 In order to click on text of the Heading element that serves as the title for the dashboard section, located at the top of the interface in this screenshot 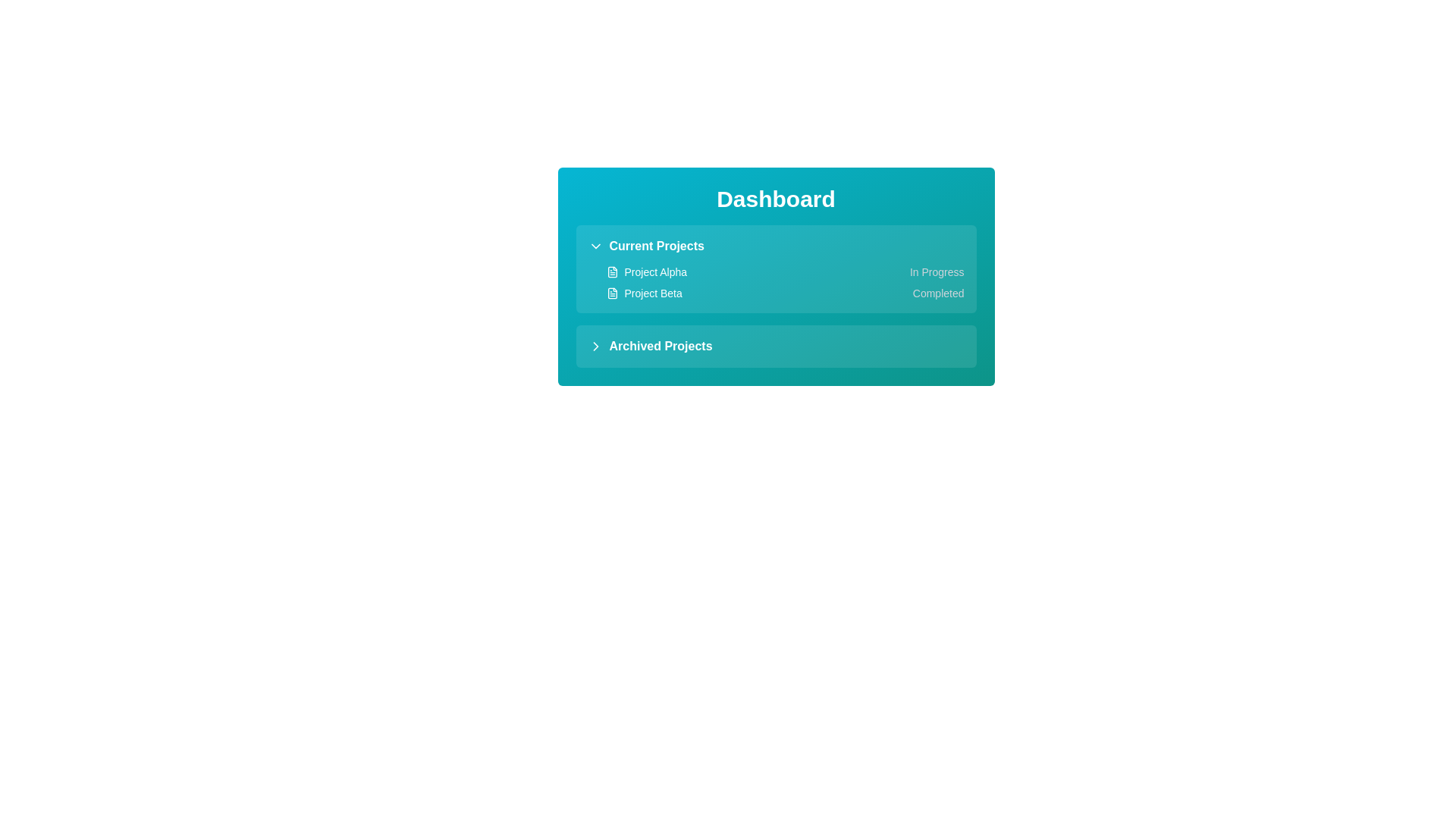, I will do `click(776, 198)`.